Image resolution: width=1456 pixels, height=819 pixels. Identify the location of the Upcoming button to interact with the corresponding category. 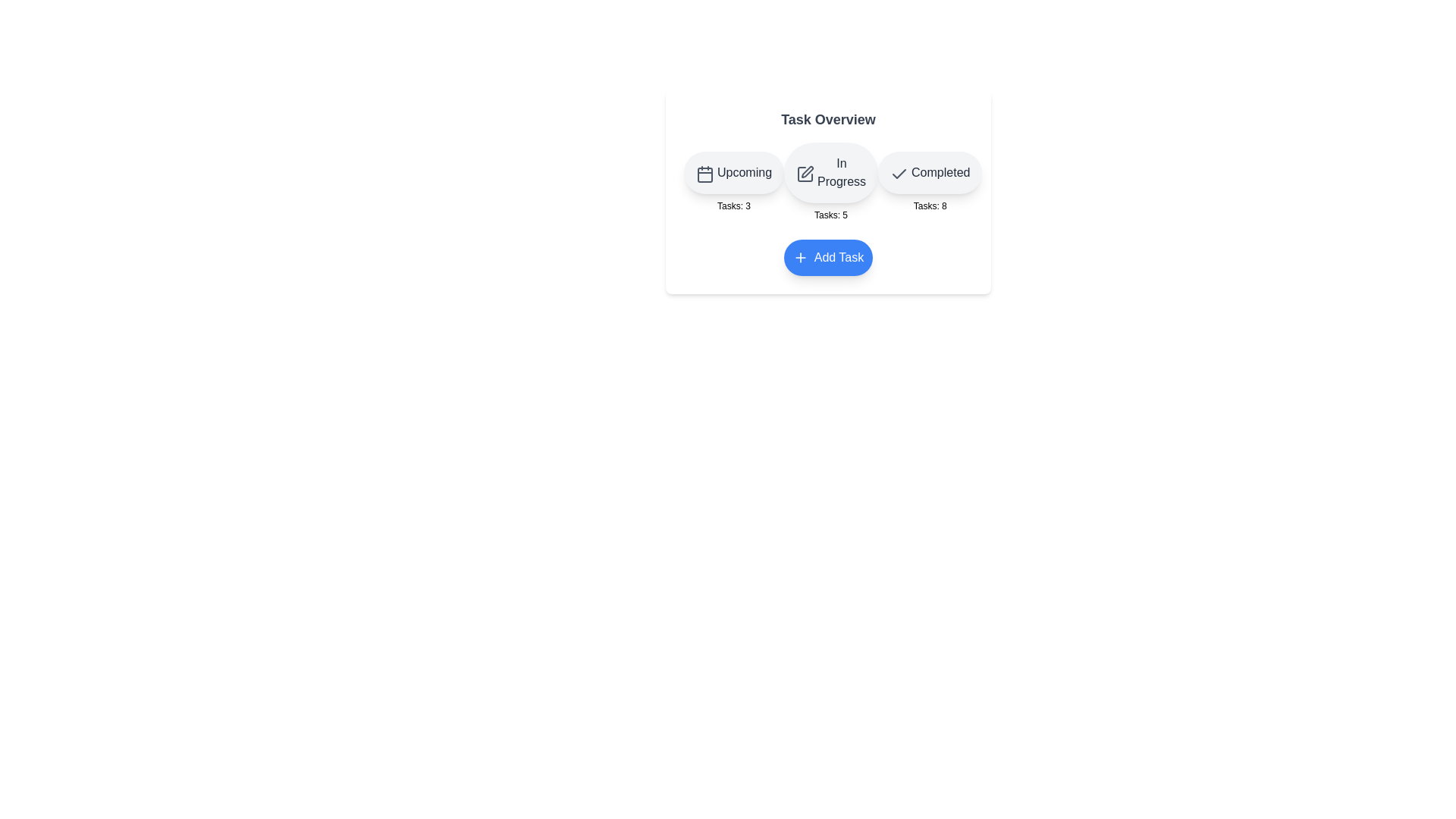
(734, 171).